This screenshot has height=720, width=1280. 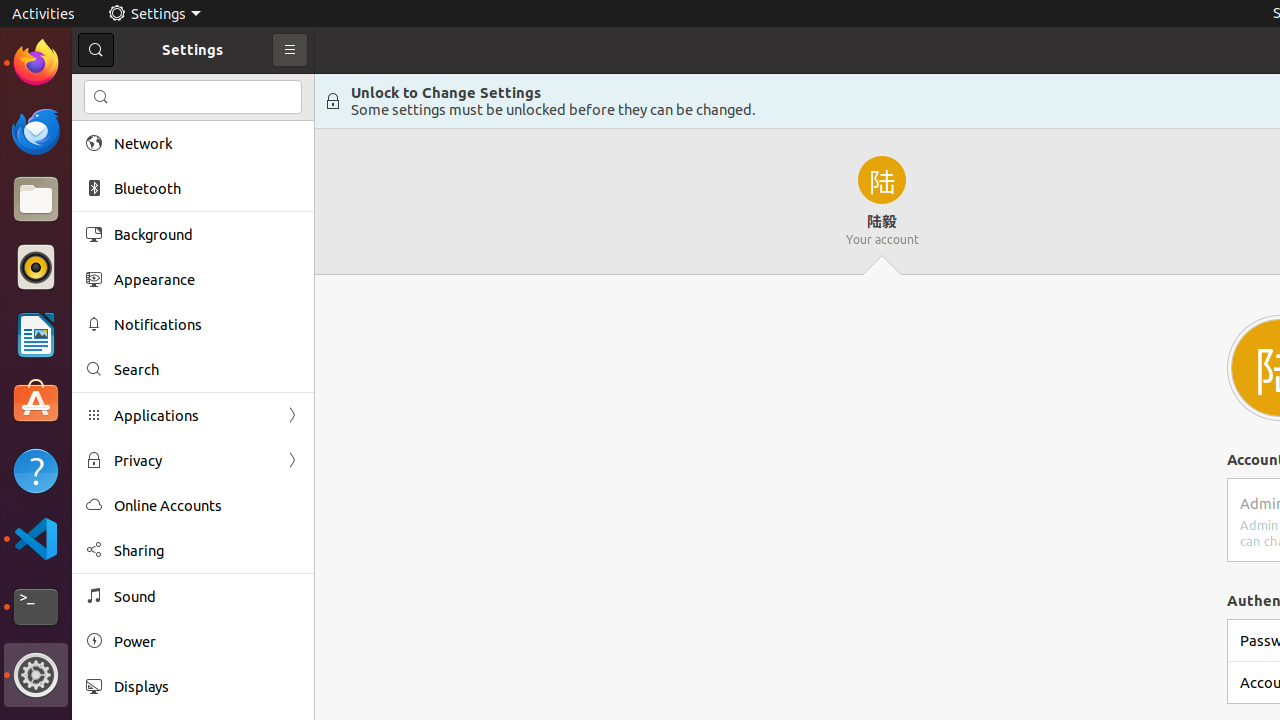 I want to click on 'Privacy', so click(x=193, y=460).